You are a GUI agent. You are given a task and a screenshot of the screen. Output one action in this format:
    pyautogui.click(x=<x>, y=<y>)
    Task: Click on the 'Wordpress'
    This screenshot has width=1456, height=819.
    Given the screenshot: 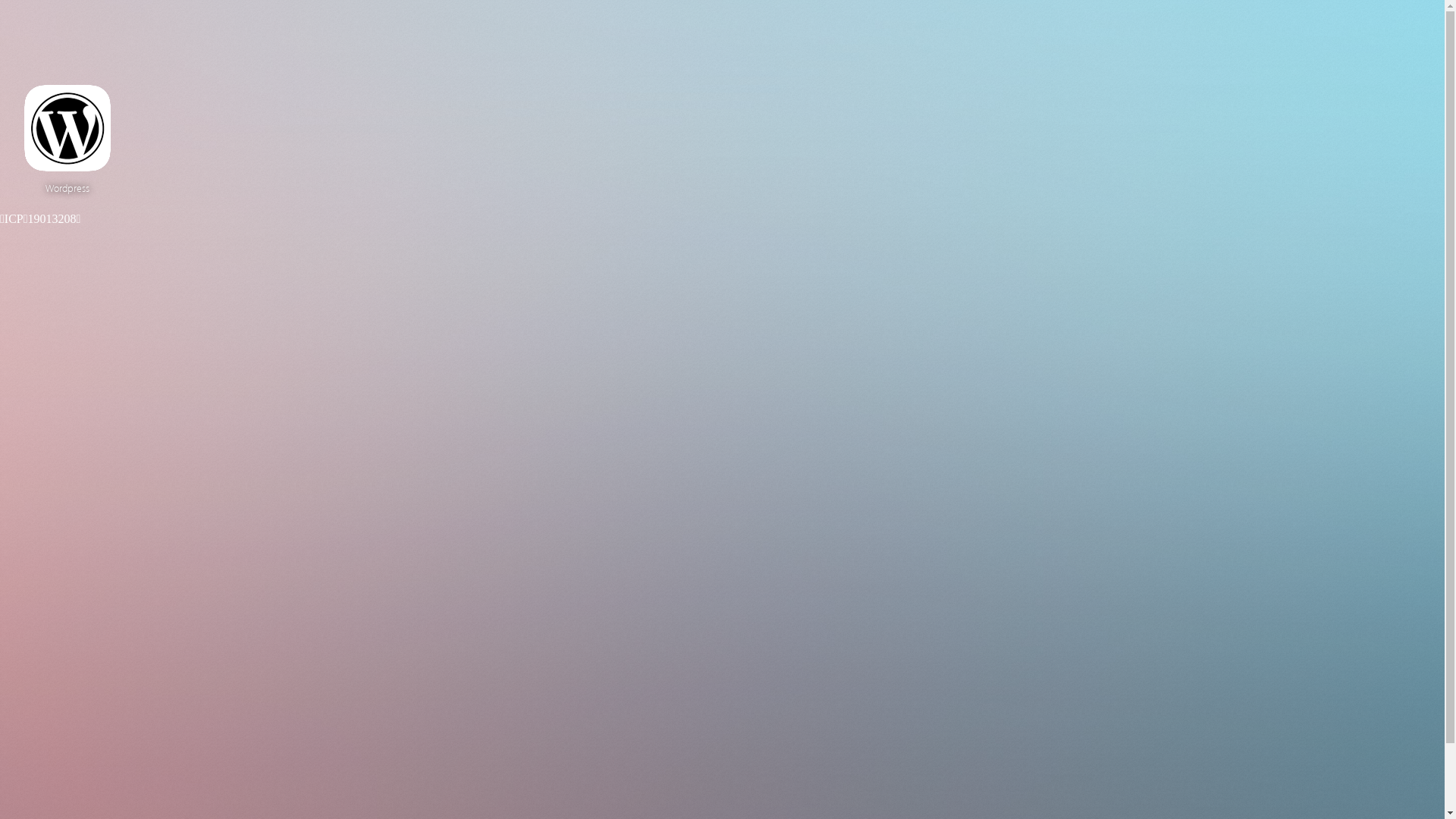 What is the action you would take?
    pyautogui.click(x=67, y=140)
    